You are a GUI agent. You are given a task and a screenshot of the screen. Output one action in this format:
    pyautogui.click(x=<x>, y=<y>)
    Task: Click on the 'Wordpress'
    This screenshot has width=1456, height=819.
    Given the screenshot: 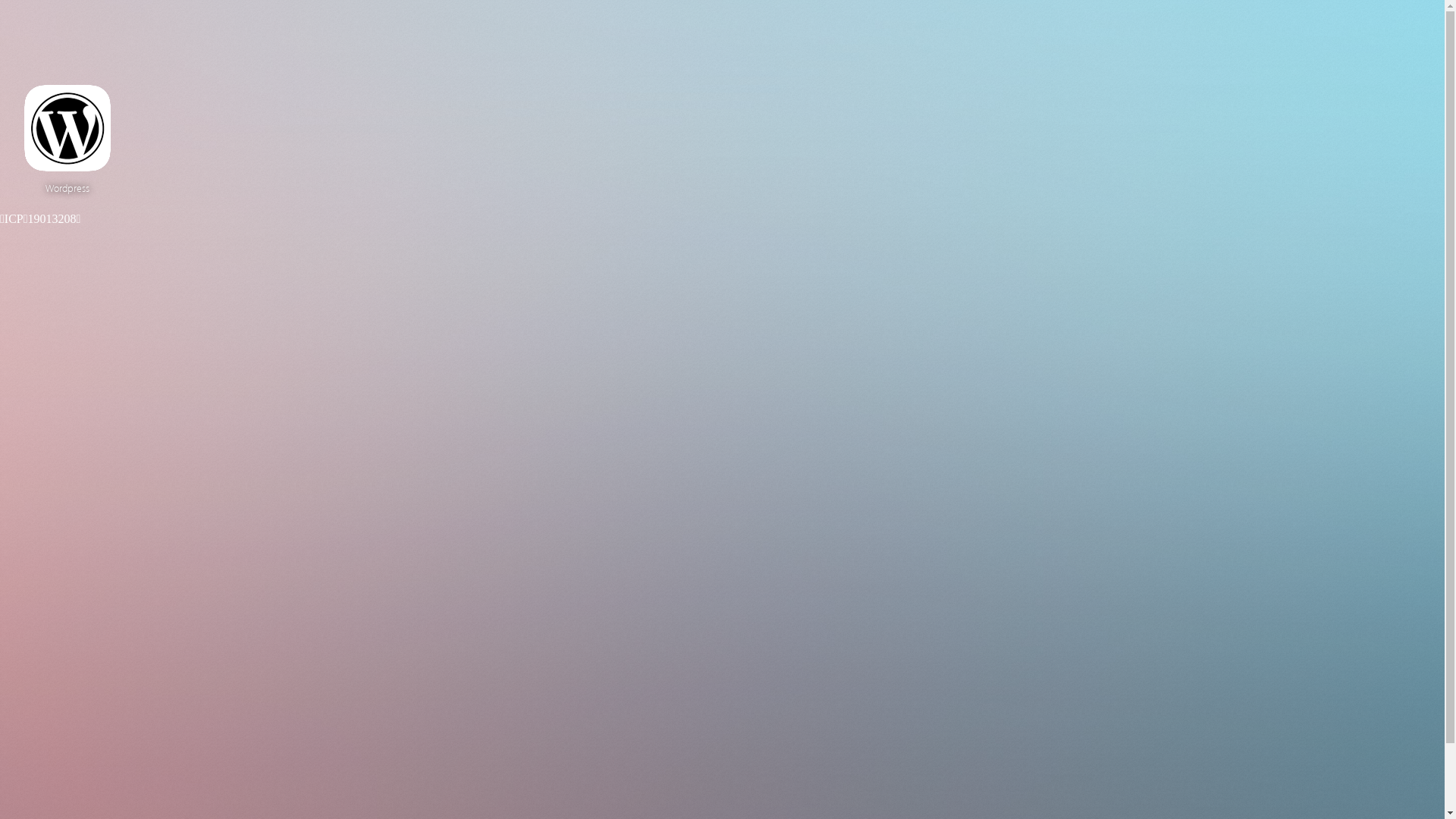 What is the action you would take?
    pyautogui.click(x=67, y=140)
    